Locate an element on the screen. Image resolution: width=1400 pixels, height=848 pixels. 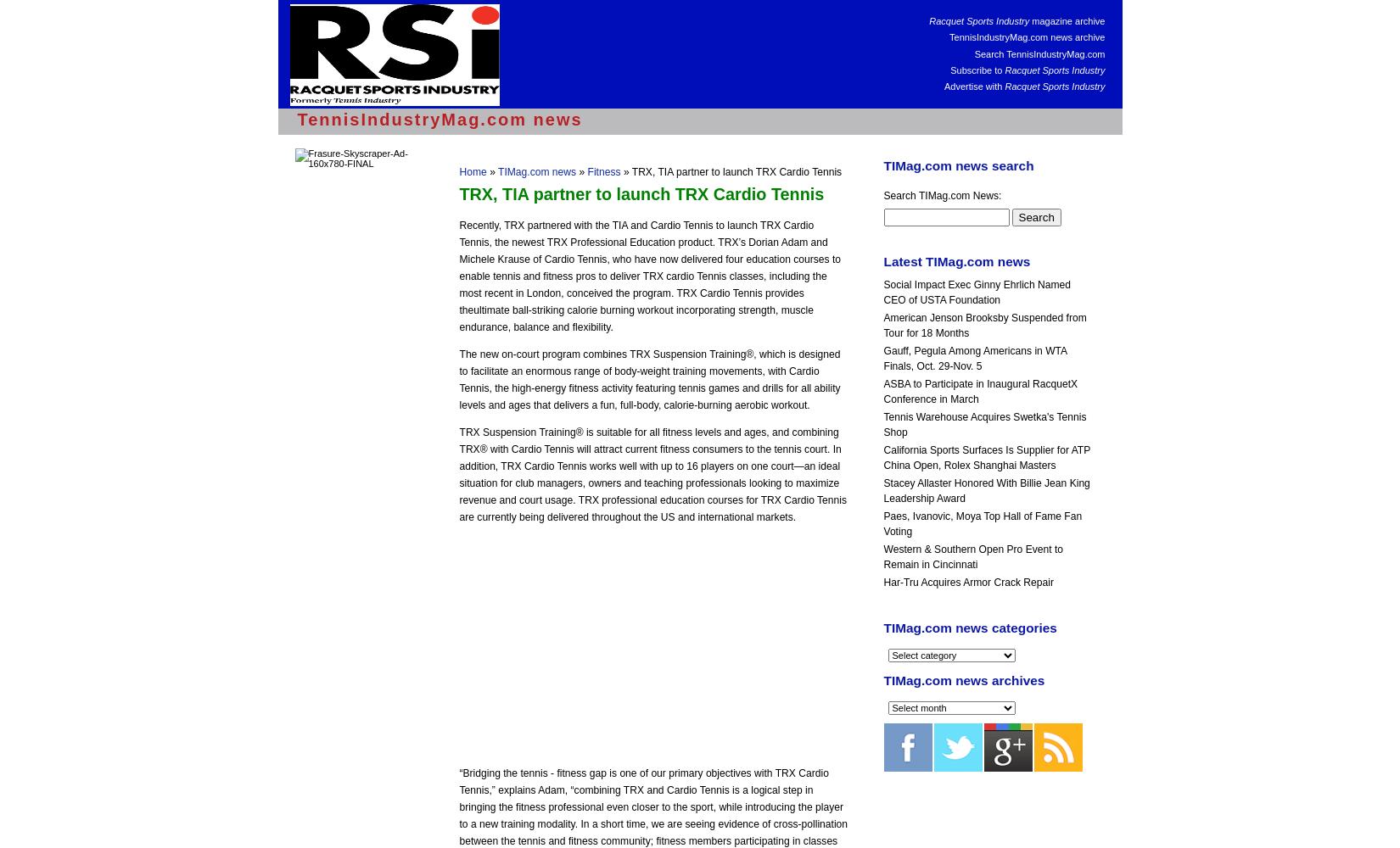
'Fitness' is located at coordinates (602, 171).